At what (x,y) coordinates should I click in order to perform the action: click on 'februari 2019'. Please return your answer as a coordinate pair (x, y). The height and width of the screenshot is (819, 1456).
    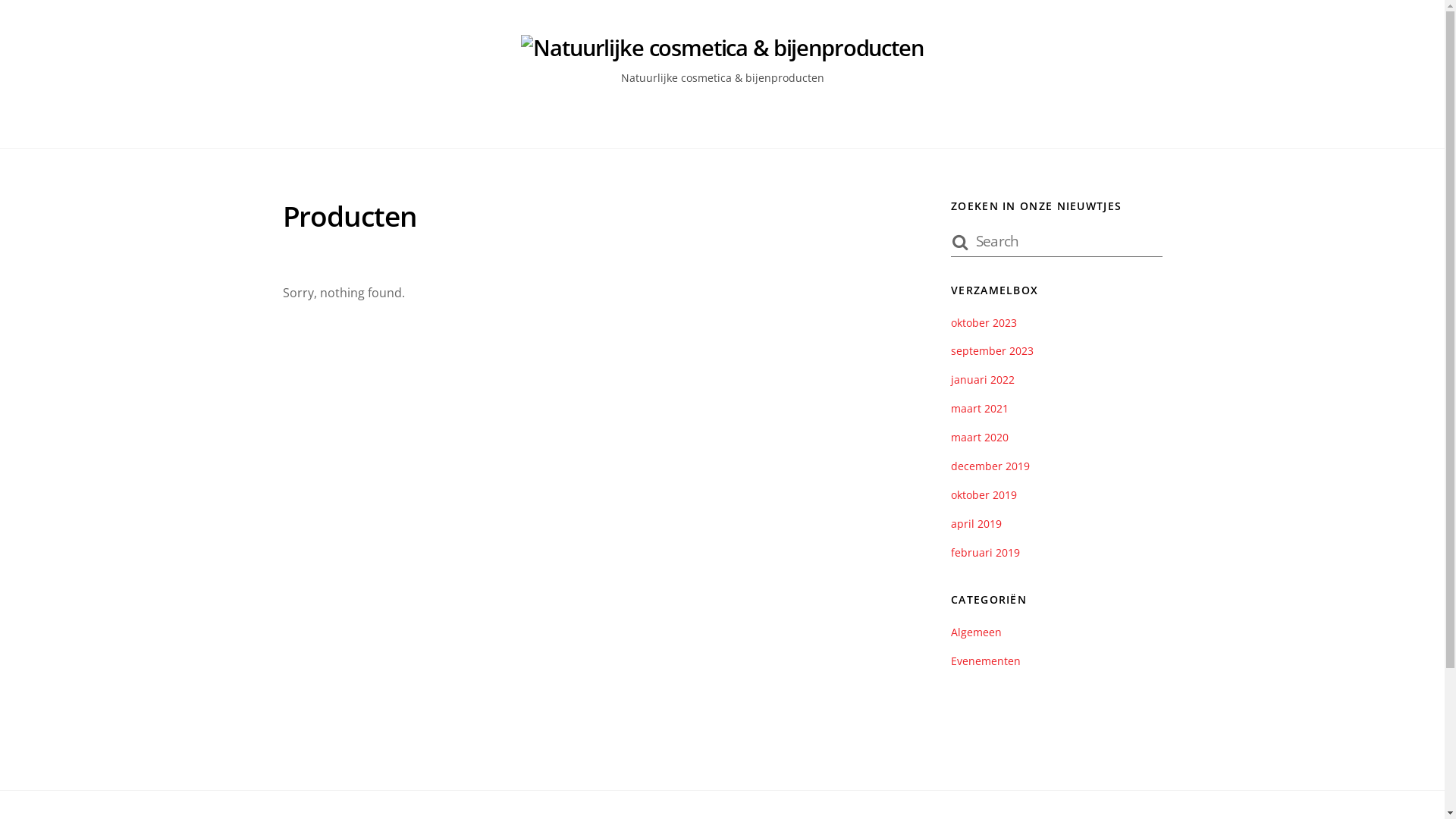
    Looking at the image, I should click on (985, 552).